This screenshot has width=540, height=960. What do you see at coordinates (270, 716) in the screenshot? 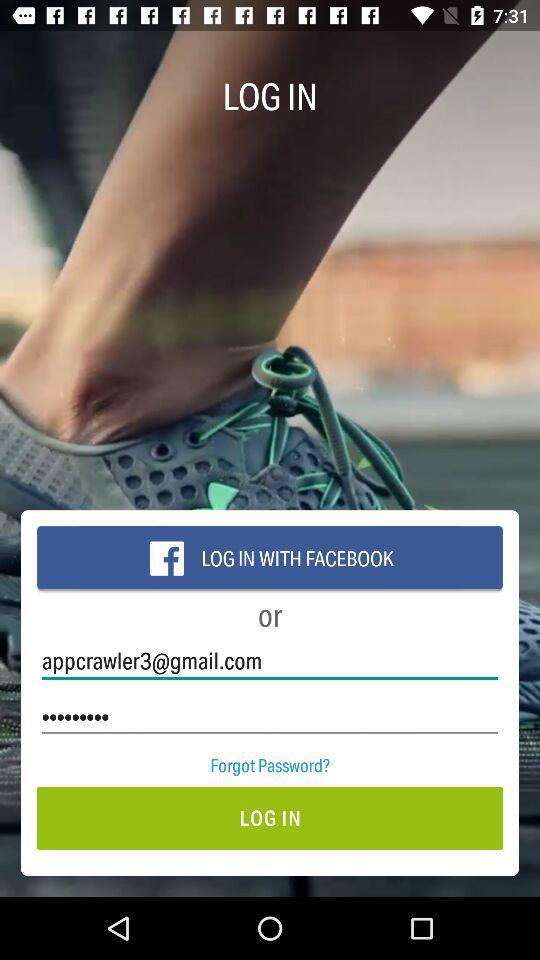
I see `the icon above the forgot password? icon` at bounding box center [270, 716].